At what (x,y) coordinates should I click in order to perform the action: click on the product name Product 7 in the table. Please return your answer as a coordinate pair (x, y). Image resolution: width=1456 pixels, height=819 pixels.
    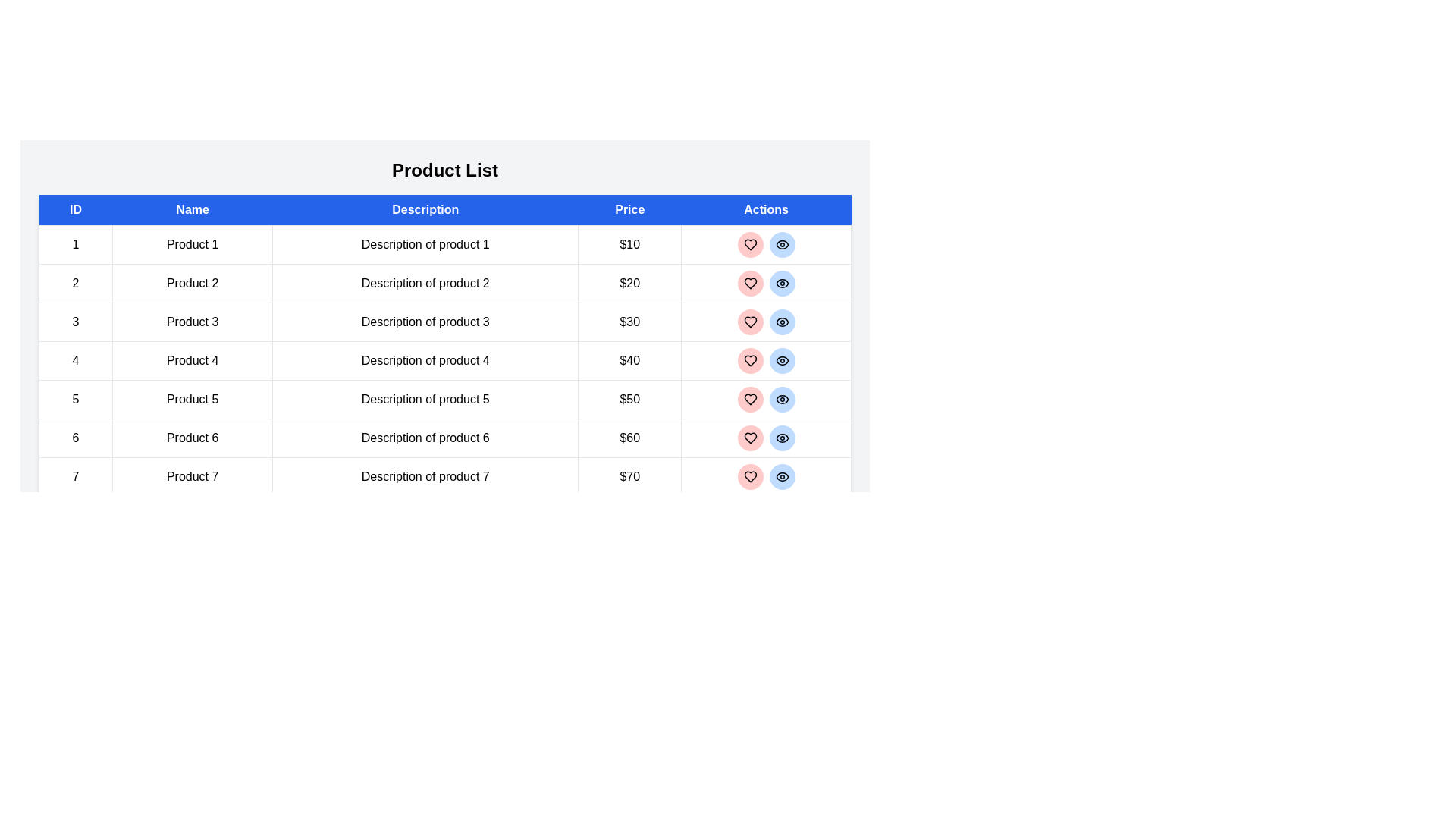
    Looking at the image, I should click on (192, 475).